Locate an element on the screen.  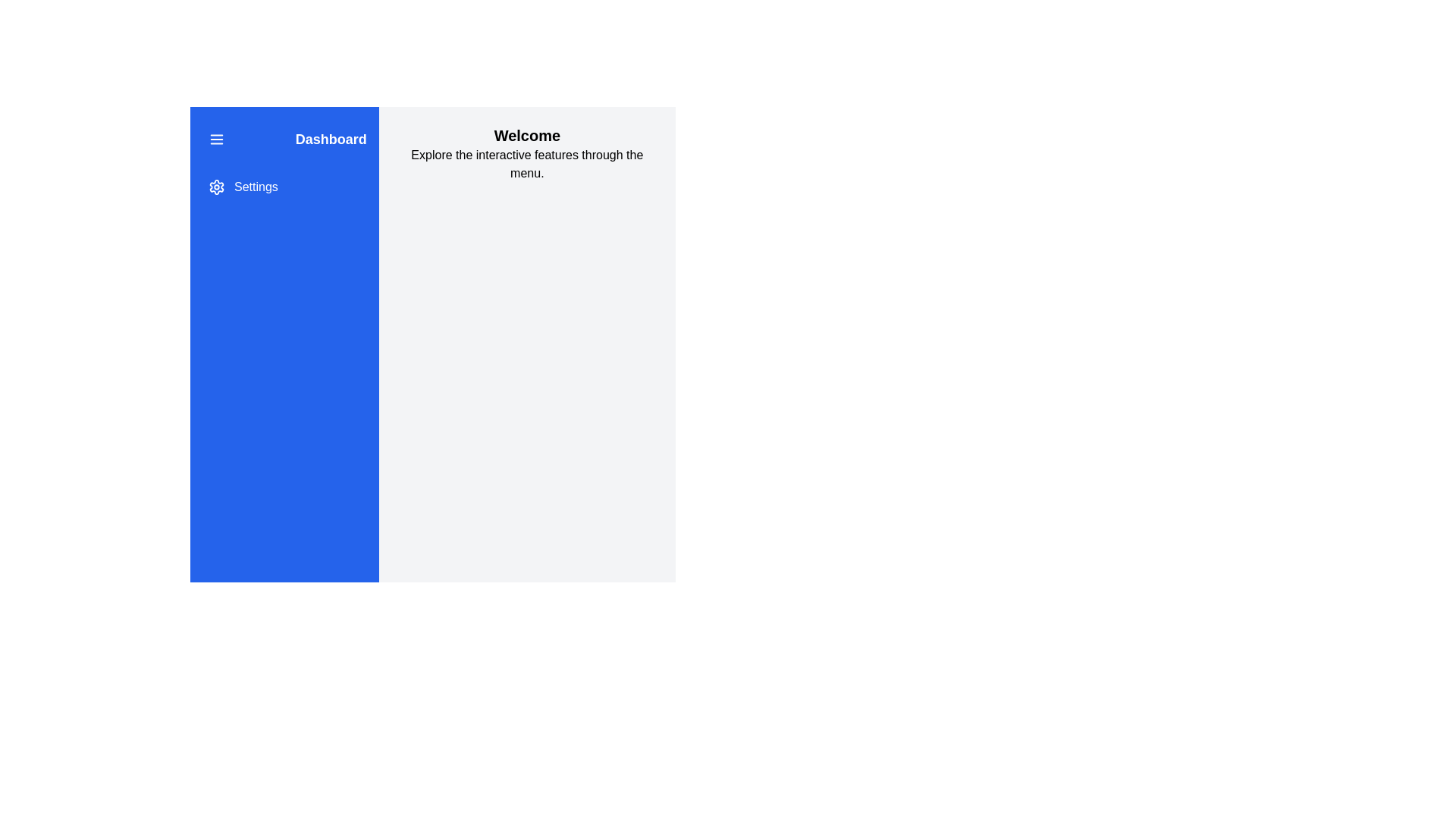
the Text Label that serves as a header or title, located in the header area of the gray content section, positioned above the text element that reads 'Explore the interactive features through the menu.' is located at coordinates (527, 134).